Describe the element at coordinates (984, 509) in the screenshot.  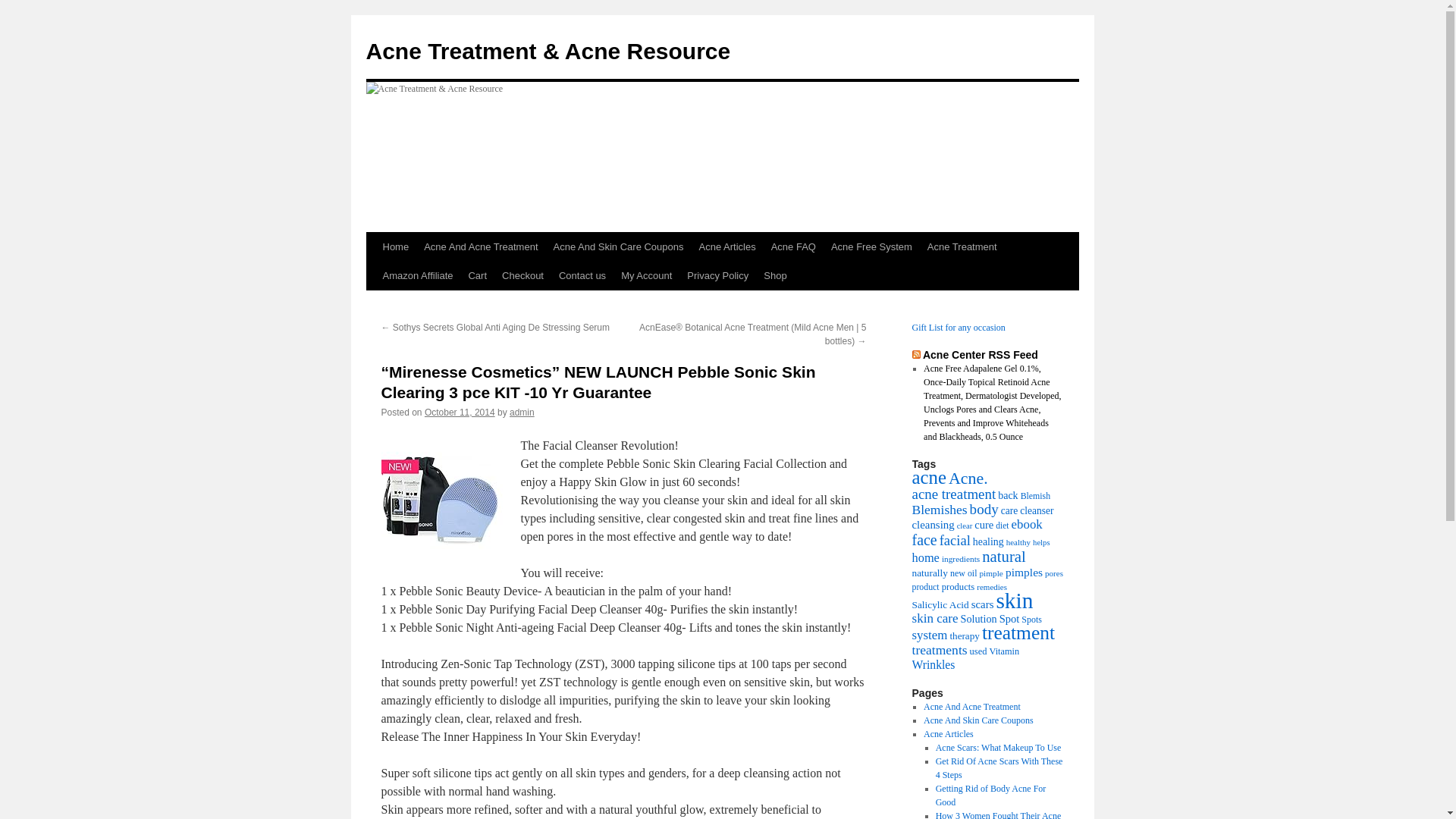
I see `'body'` at that location.